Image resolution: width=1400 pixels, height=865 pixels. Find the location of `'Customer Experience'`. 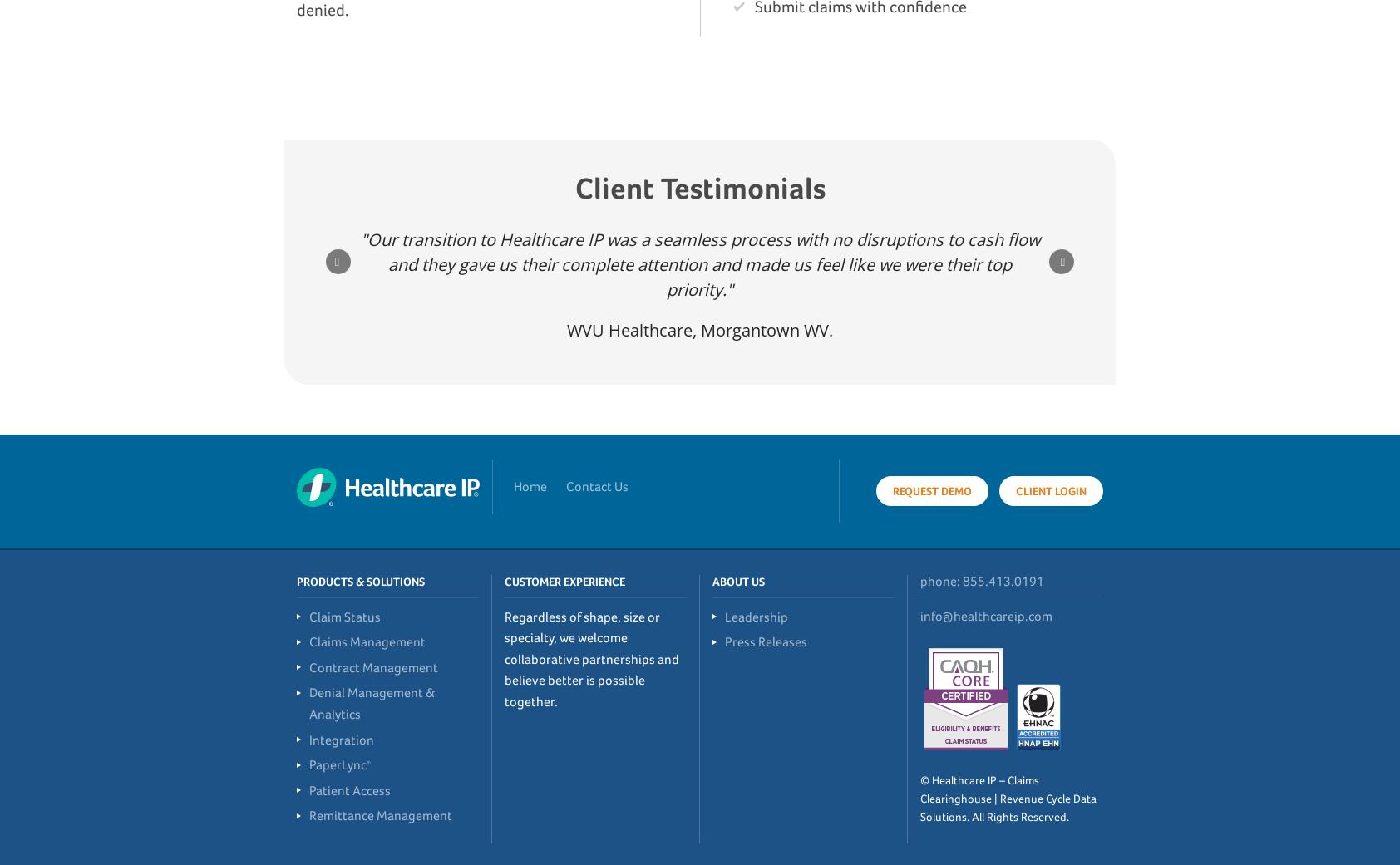

'Customer Experience' is located at coordinates (564, 580).